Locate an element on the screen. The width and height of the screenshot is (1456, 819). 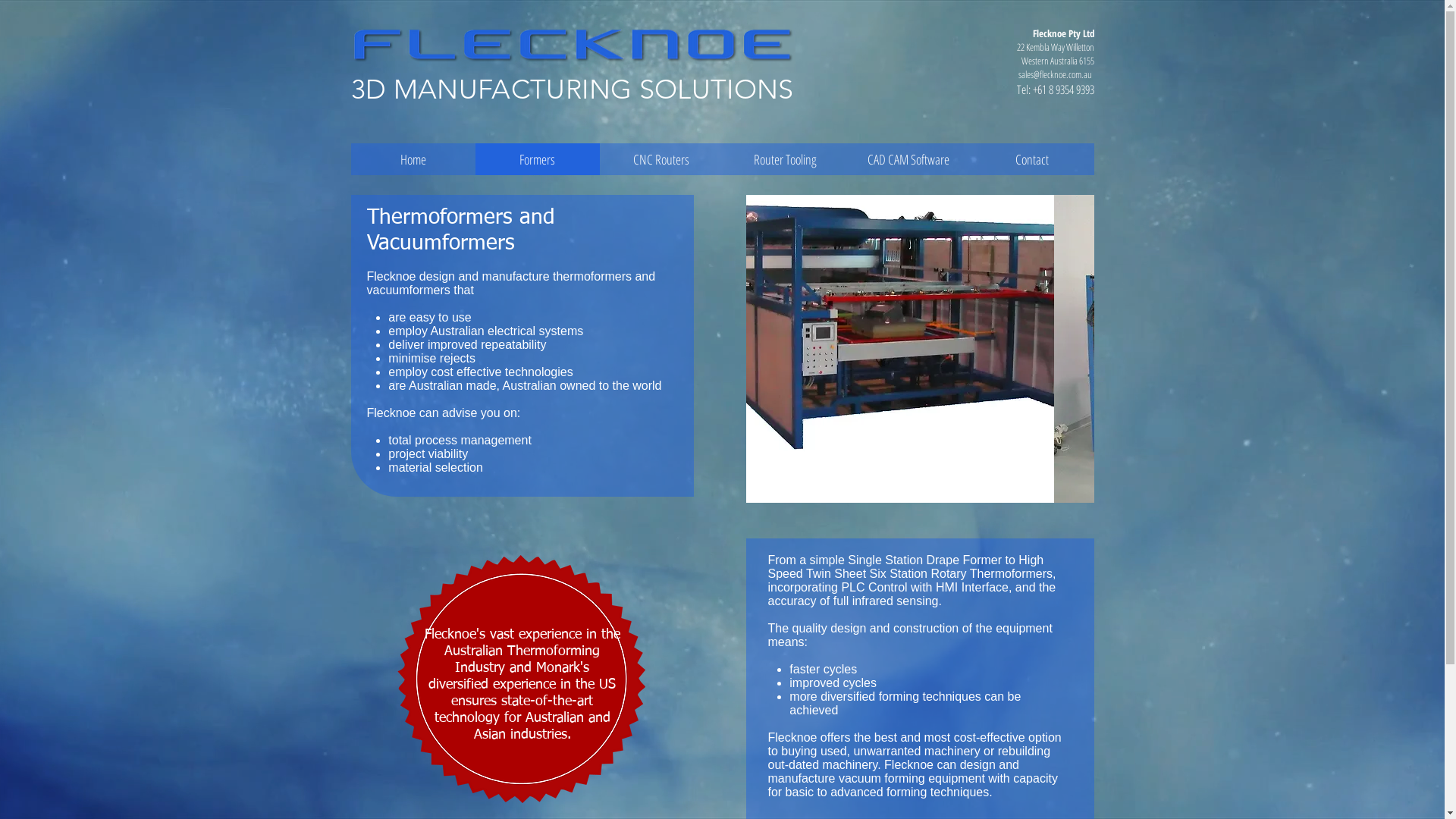
'Contact' is located at coordinates (1031, 158).